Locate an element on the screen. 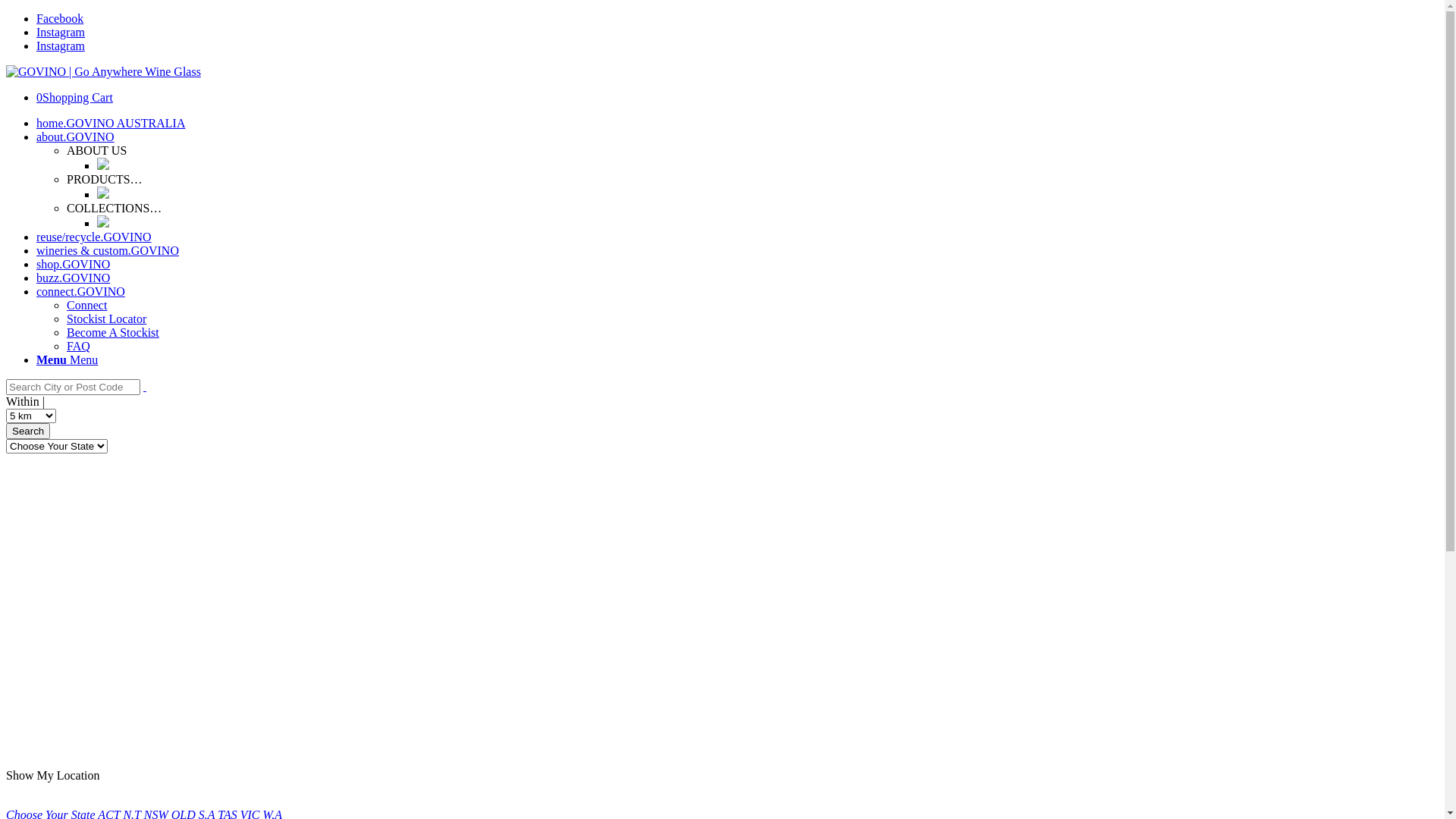  'connect.GOVINO' is located at coordinates (80, 291).